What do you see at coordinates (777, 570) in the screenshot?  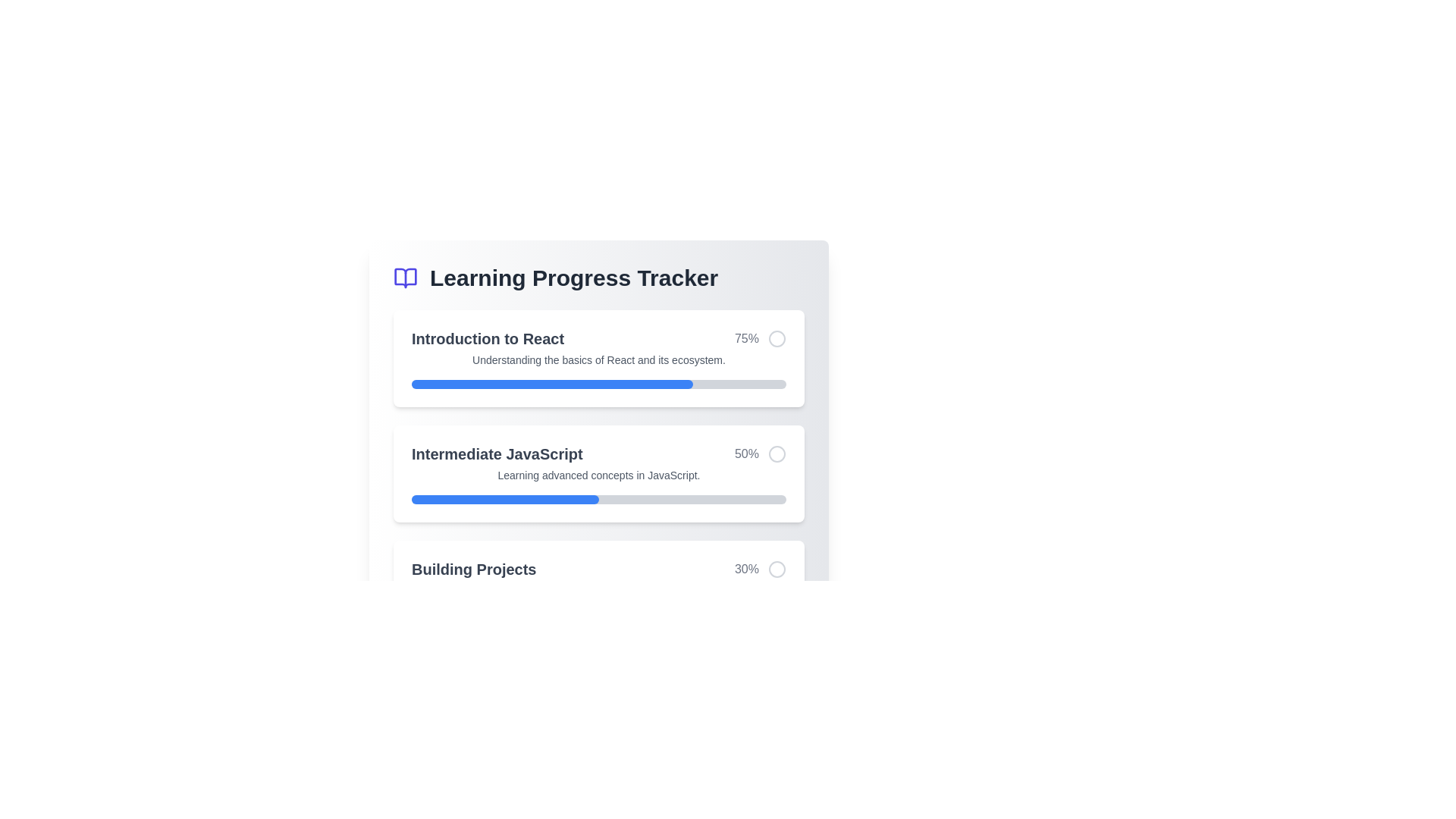 I see `the radio button located to the right of the 'Building Projects' progress tracker item` at bounding box center [777, 570].